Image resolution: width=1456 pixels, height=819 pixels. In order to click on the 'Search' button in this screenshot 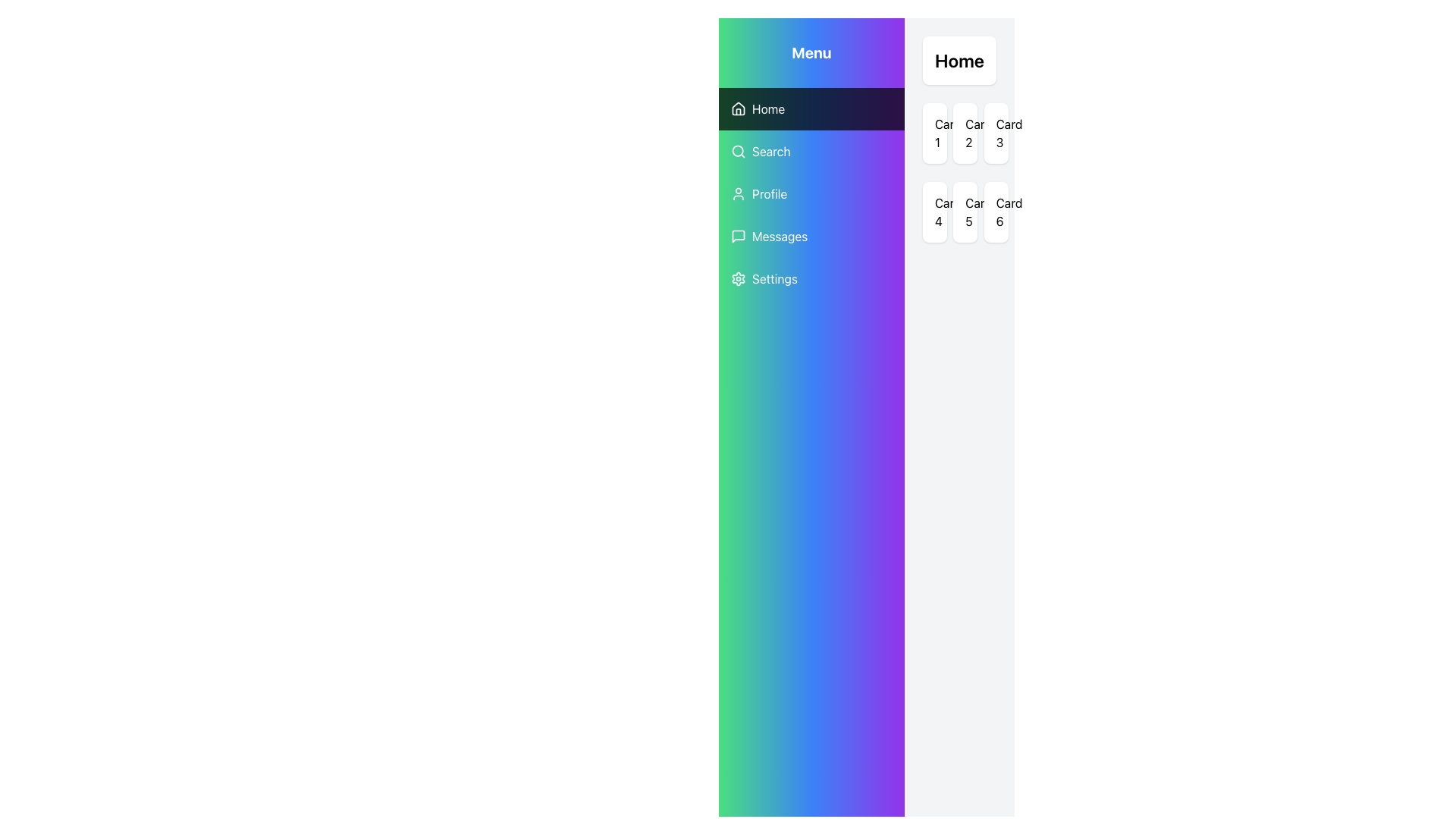, I will do `click(811, 152)`.